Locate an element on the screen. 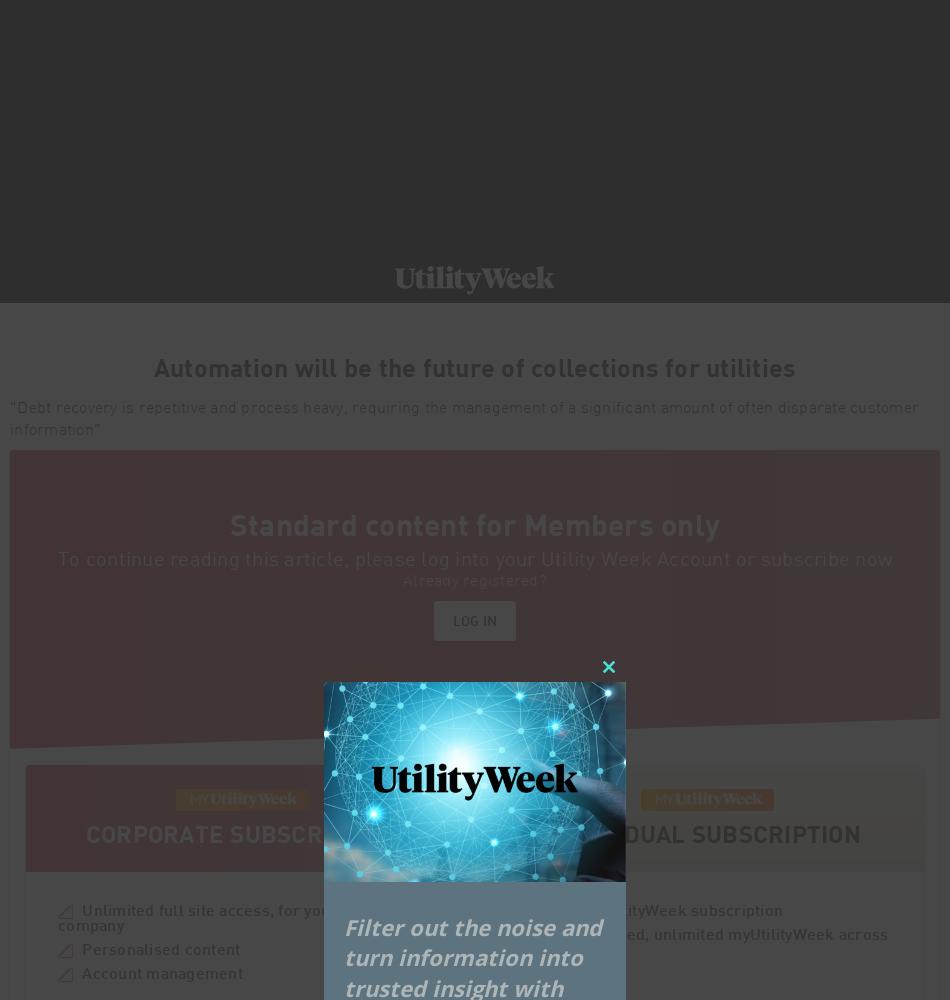  'Unlimited full site access, for your entire company' is located at coordinates (222, 920).